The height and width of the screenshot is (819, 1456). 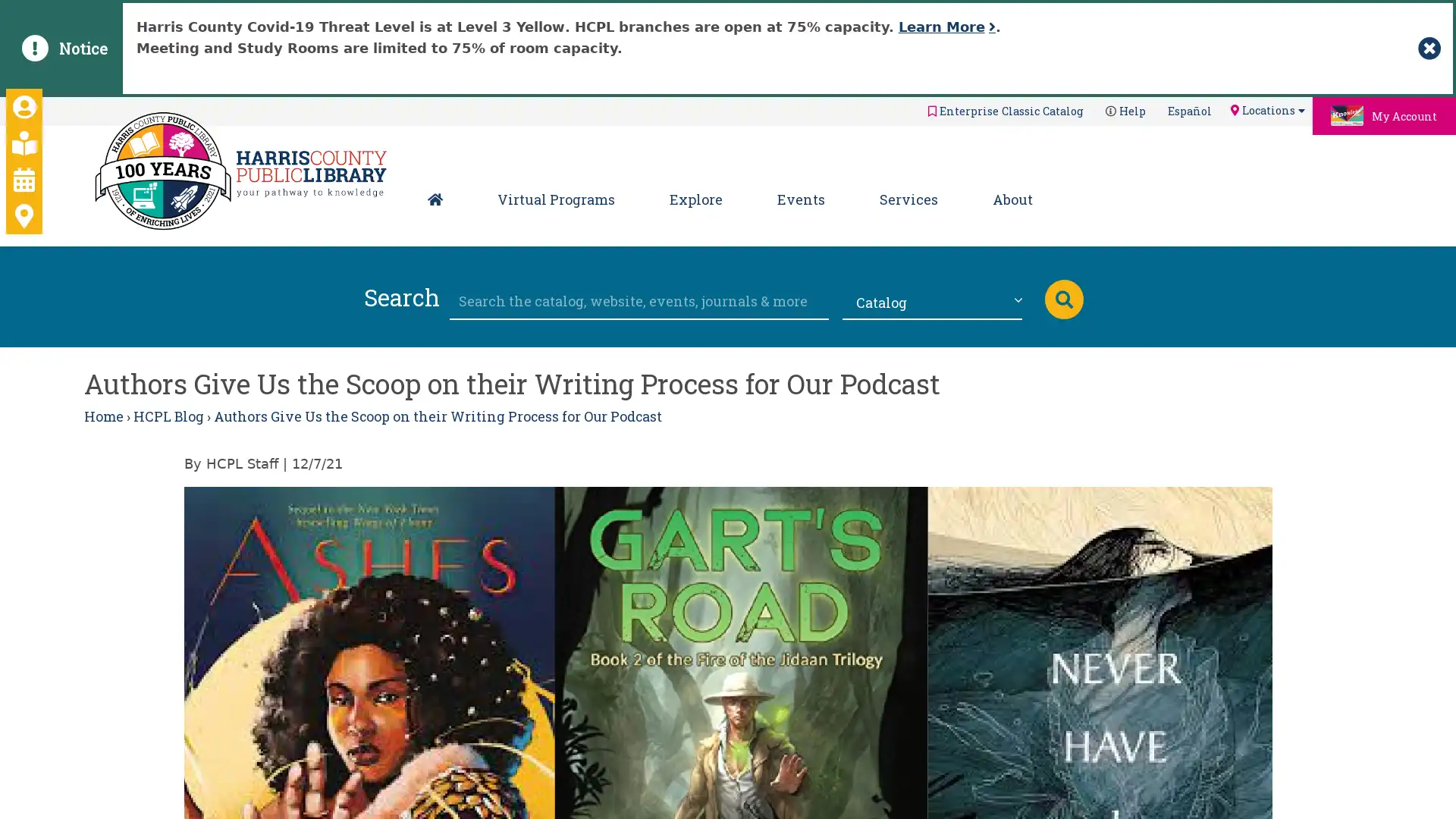 I want to click on Locations, so click(x=1266, y=109).